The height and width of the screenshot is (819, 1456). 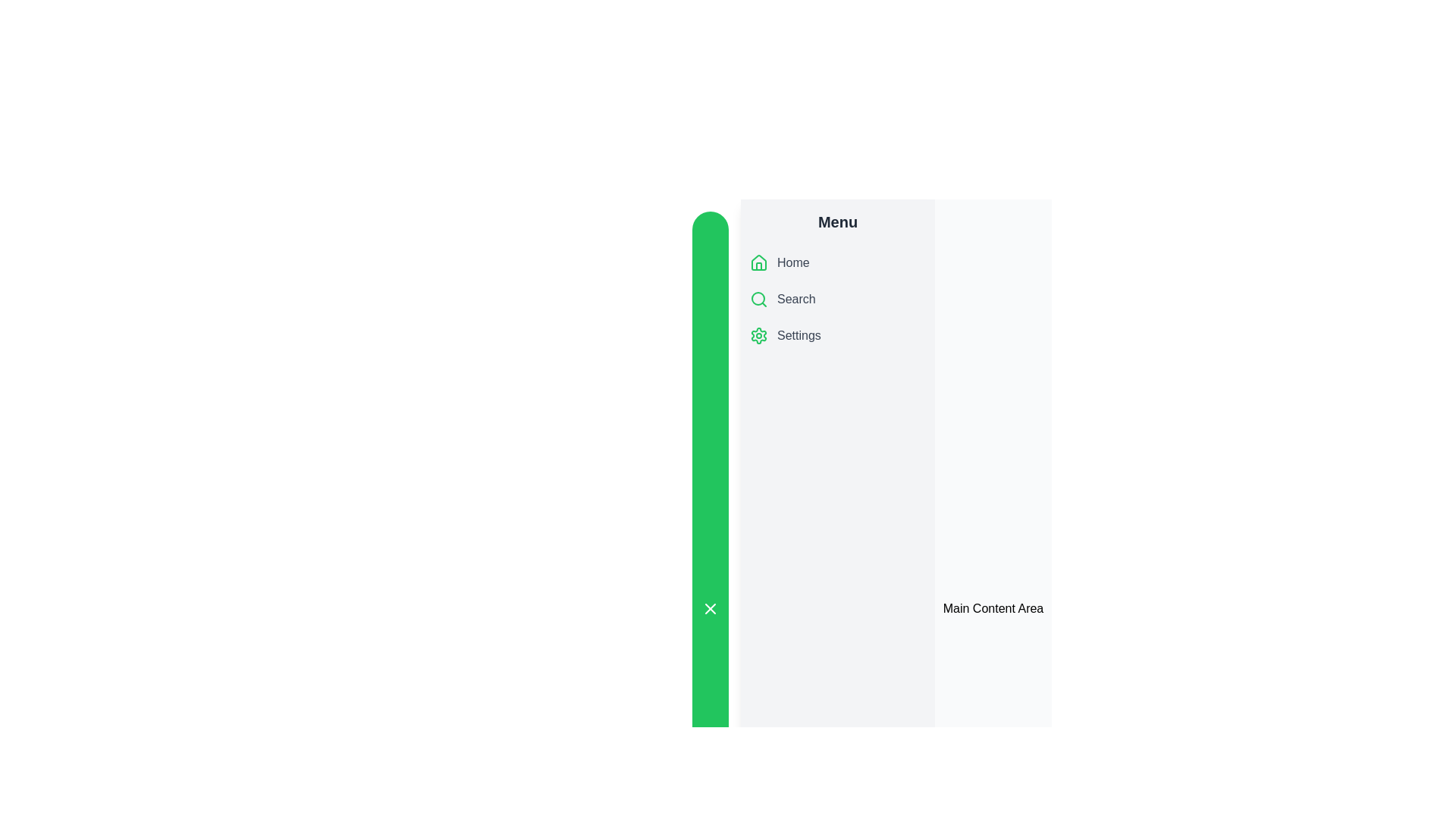 I want to click on the menu item Home to observe the hover effect, so click(x=836, y=262).